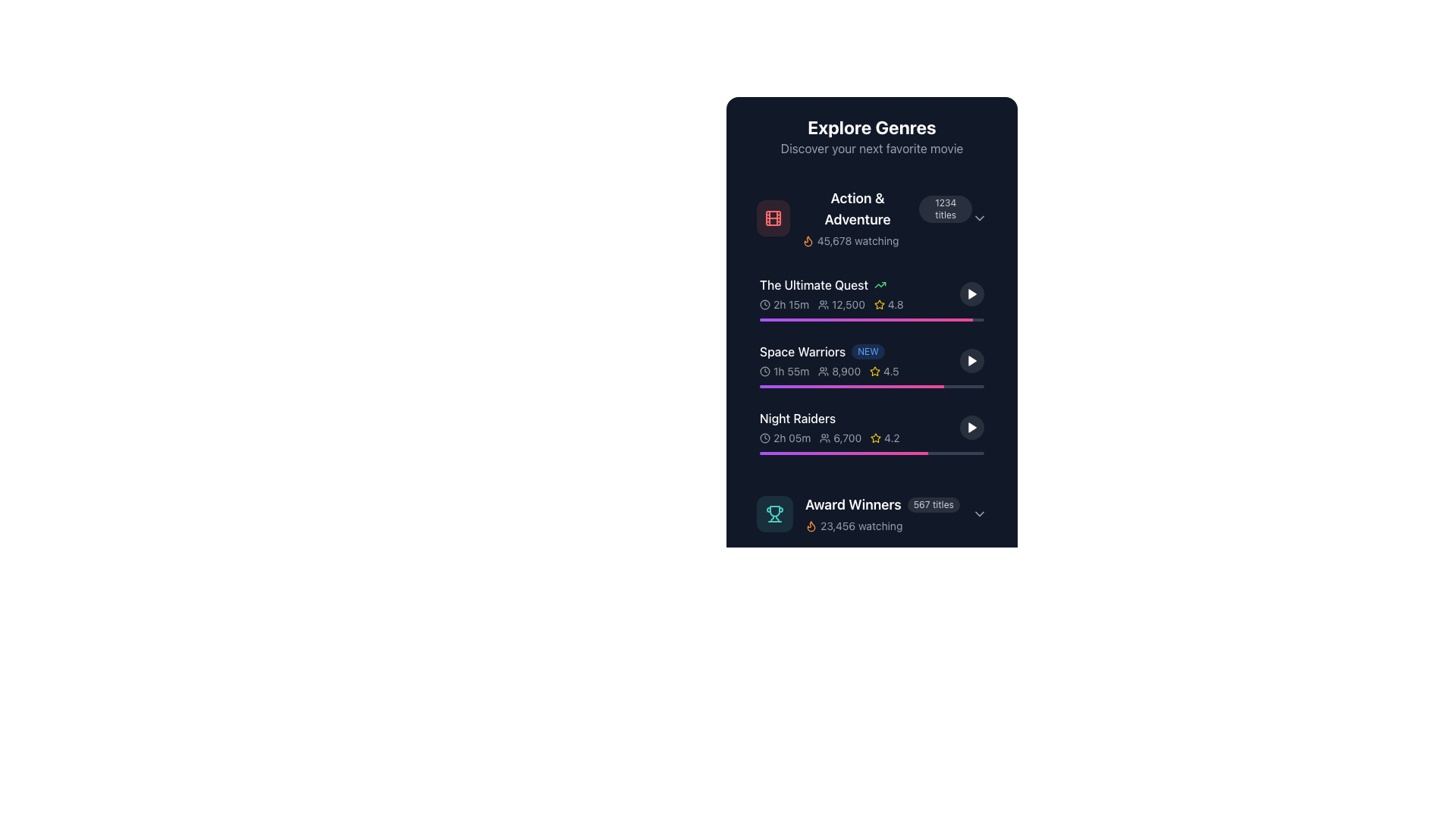 This screenshot has width=1456, height=819. Describe the element at coordinates (840, 304) in the screenshot. I see `the text label displaying '12,500', which is styled with a small gray font and located next to an icon resembling a group of people, positioned in the second row under the 'Explore Genres' section, specifically to the right of the duration text ('2h 15m')` at that location.